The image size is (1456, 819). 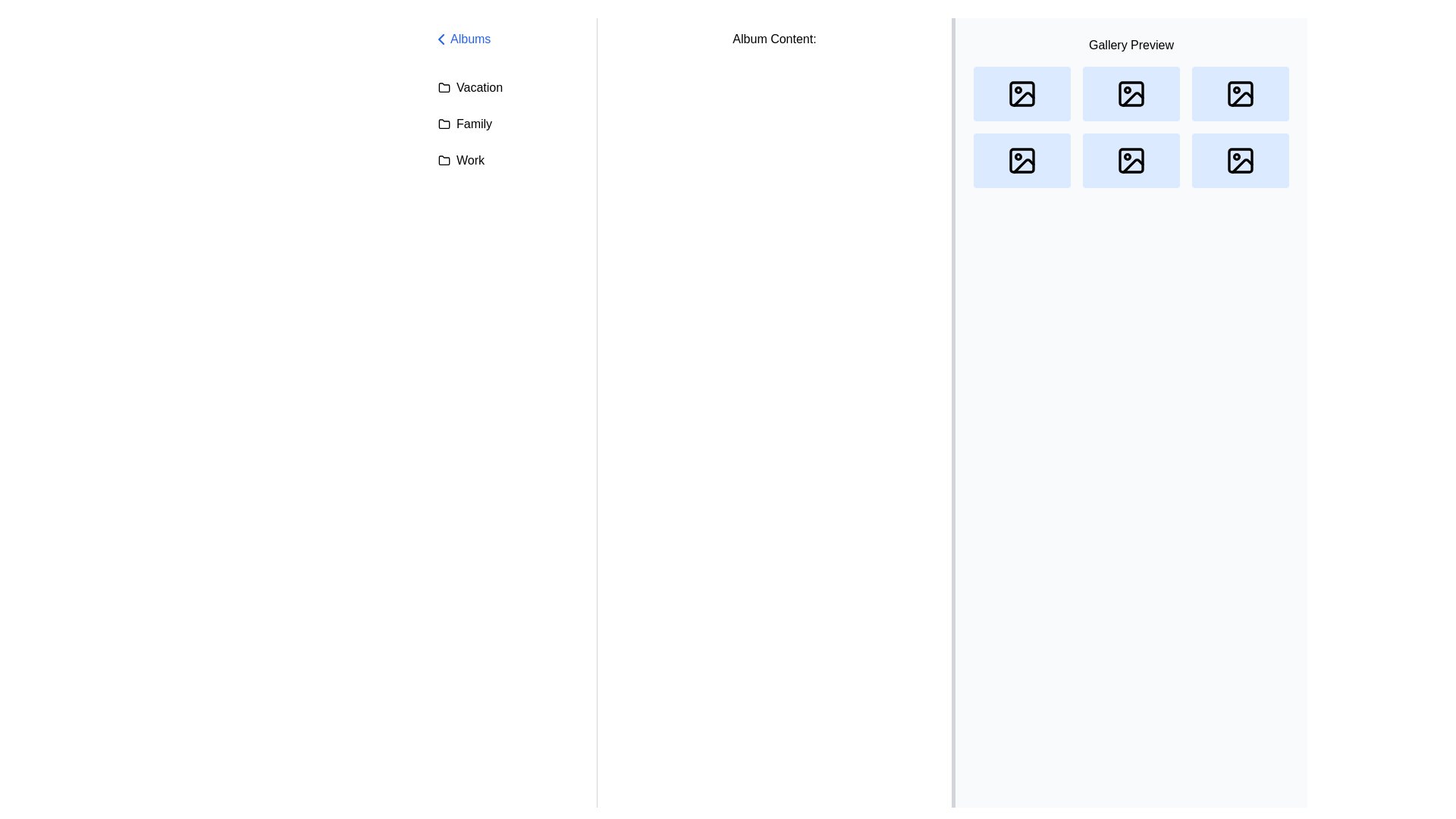 I want to click on to select the folder icon located below the 'Family' folder and above the 'Work' text, so click(x=443, y=161).